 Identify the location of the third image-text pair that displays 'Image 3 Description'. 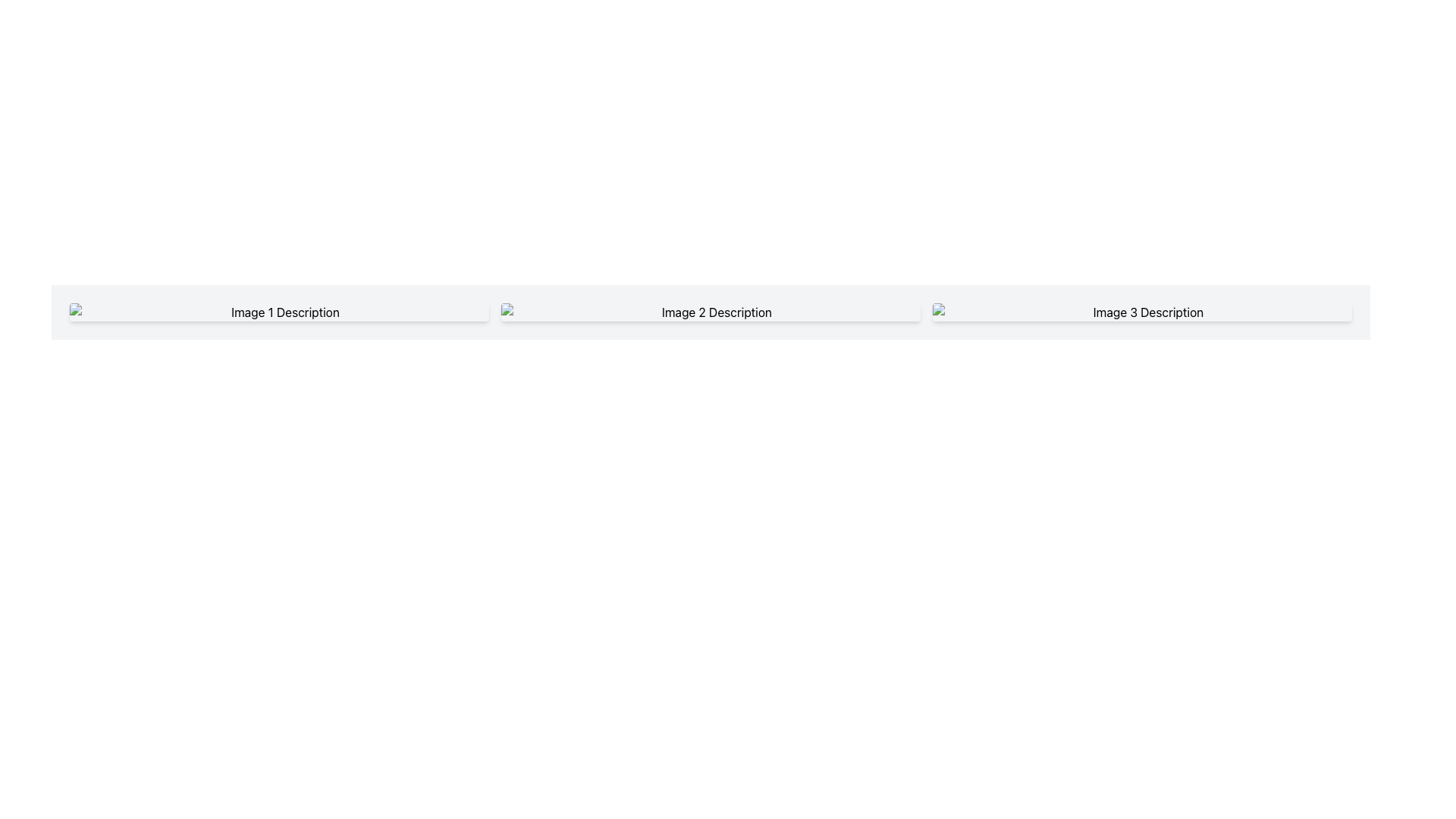
(1142, 312).